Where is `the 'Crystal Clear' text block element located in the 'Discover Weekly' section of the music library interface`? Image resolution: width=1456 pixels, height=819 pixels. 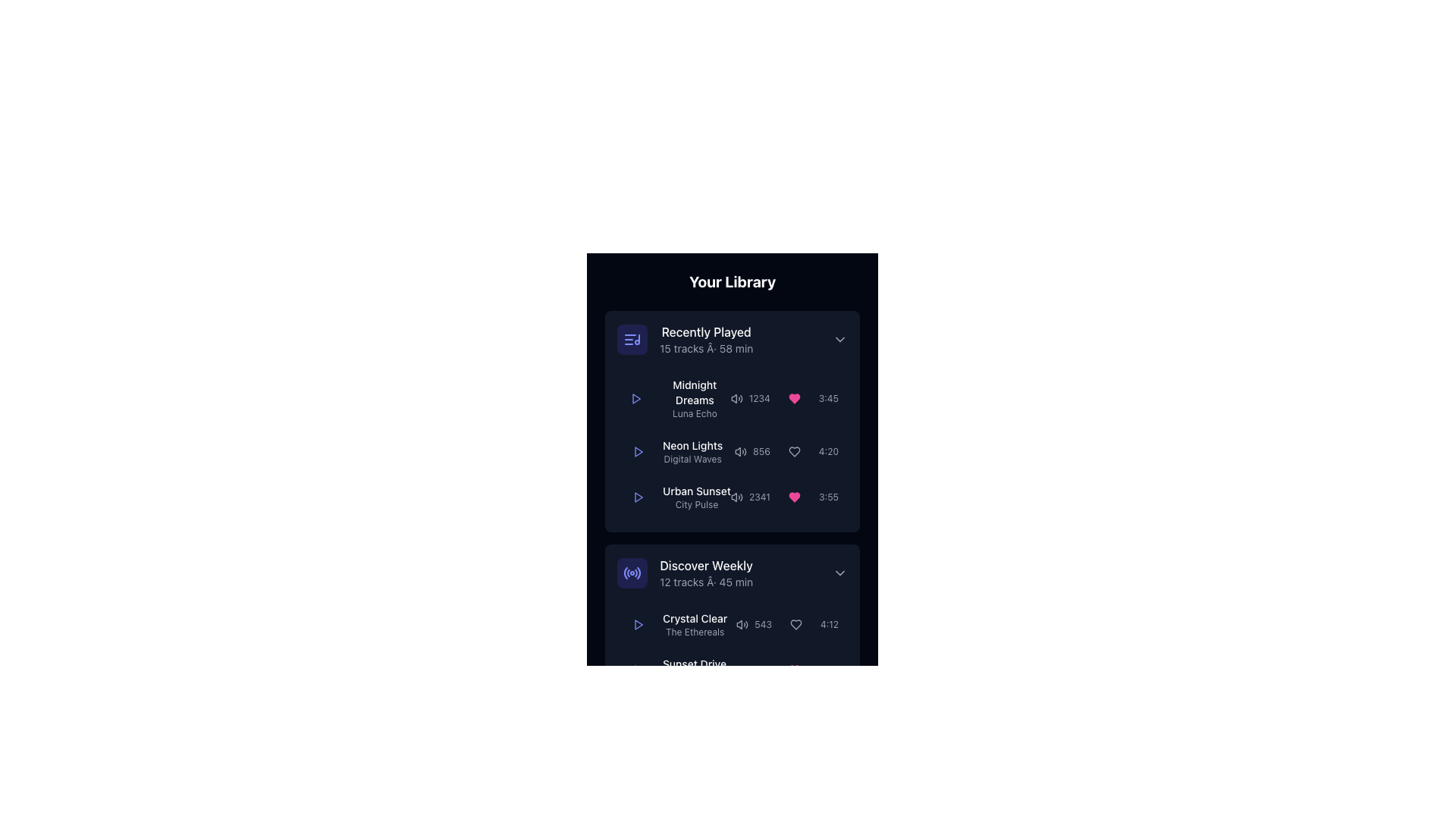 the 'Crystal Clear' text block element located in the 'Discover Weekly' section of the music library interface is located at coordinates (694, 625).